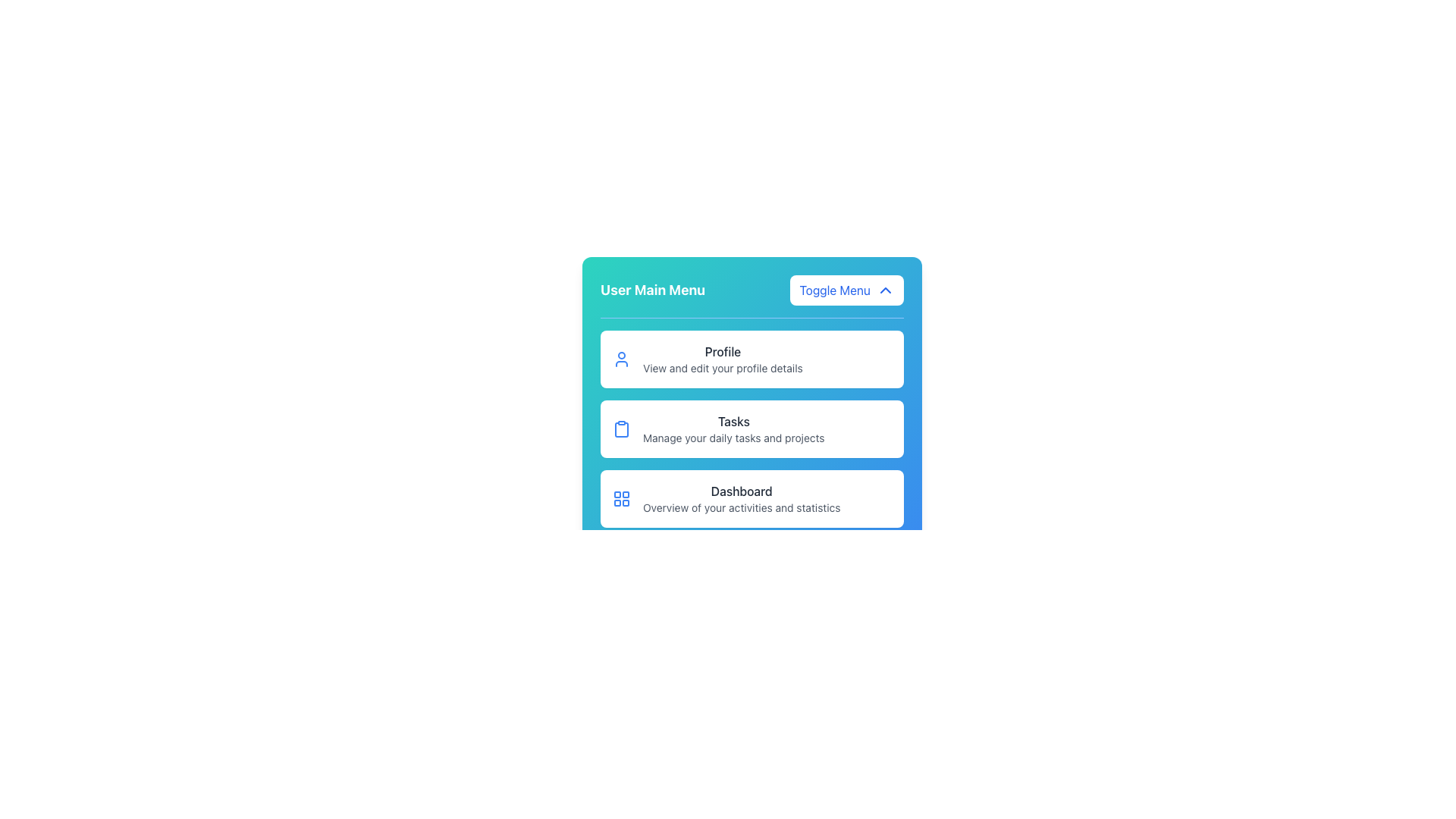 The image size is (1456, 819). Describe the element at coordinates (722, 359) in the screenshot. I see `the Menu item for accessing and editing user profile details, located centered within the first menu card below 'User Main Menu'` at that location.